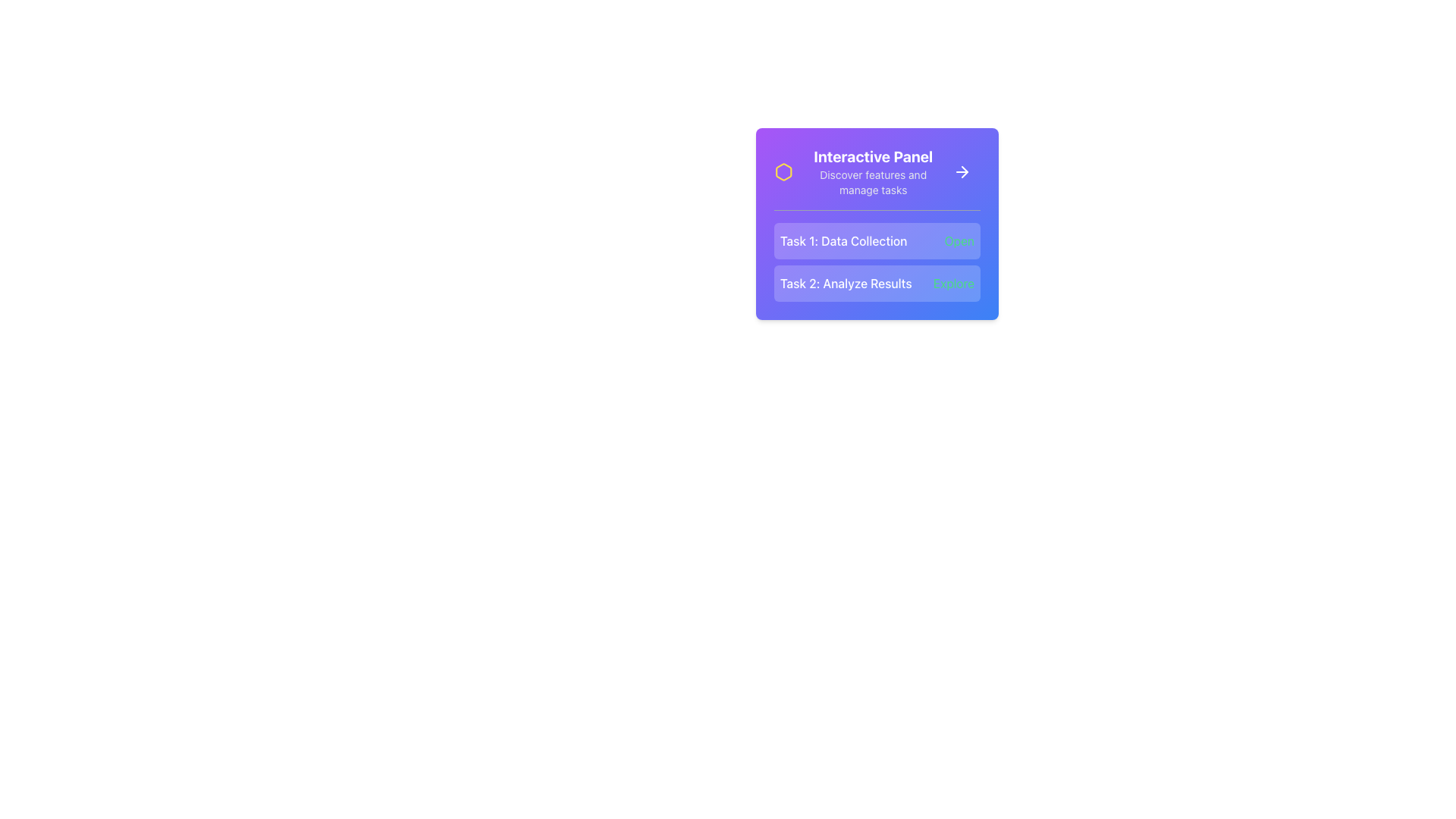  I want to click on the text label element that contains 'Task 2: Analyze Results', which is the second item in a vertical list within a card, presented in white on a blue background, so click(845, 284).